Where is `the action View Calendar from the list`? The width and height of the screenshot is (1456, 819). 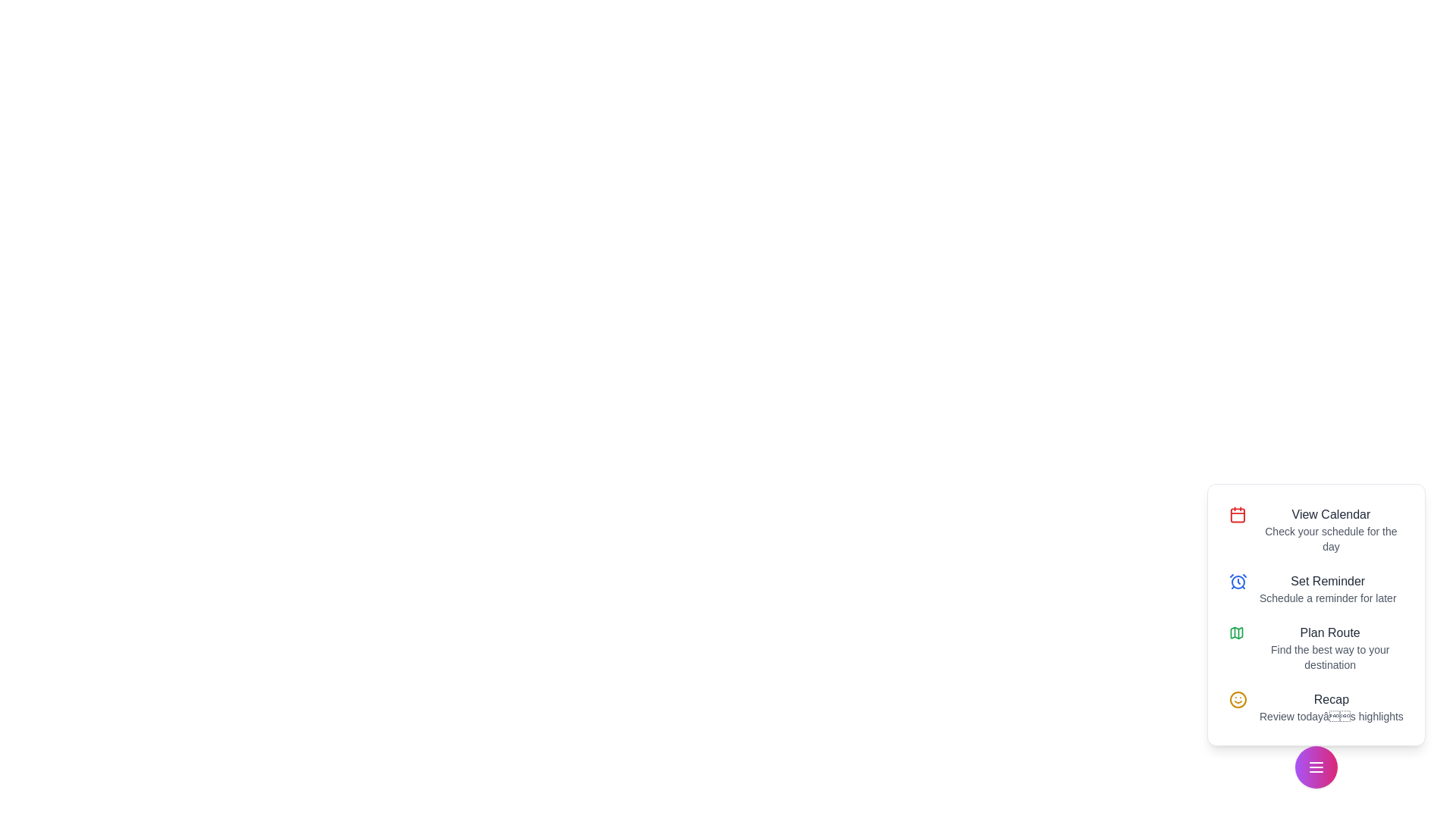
the action View Calendar from the list is located at coordinates (1316, 529).